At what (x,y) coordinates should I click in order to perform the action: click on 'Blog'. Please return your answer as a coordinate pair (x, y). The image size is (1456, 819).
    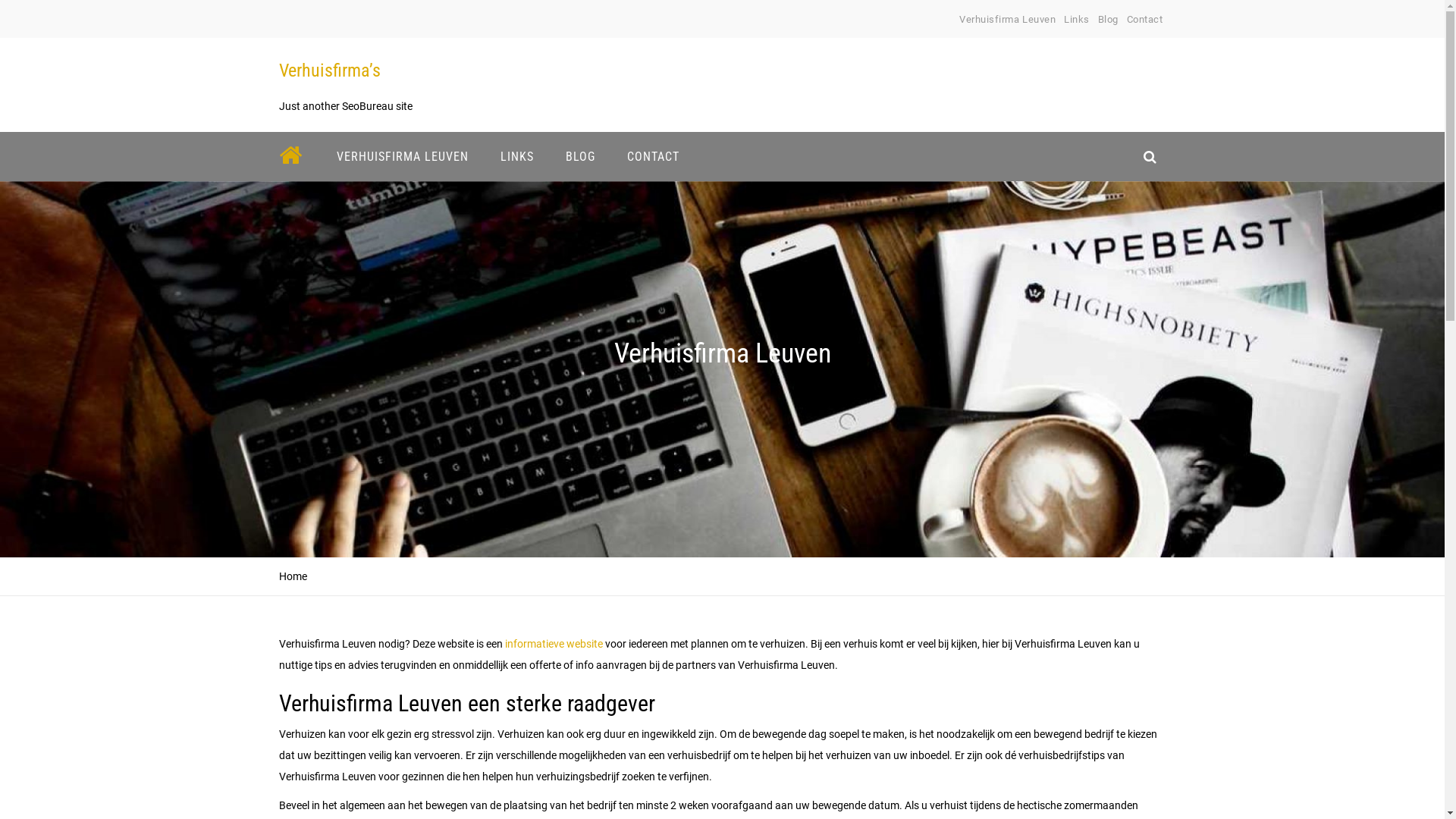
    Looking at the image, I should click on (1098, 19).